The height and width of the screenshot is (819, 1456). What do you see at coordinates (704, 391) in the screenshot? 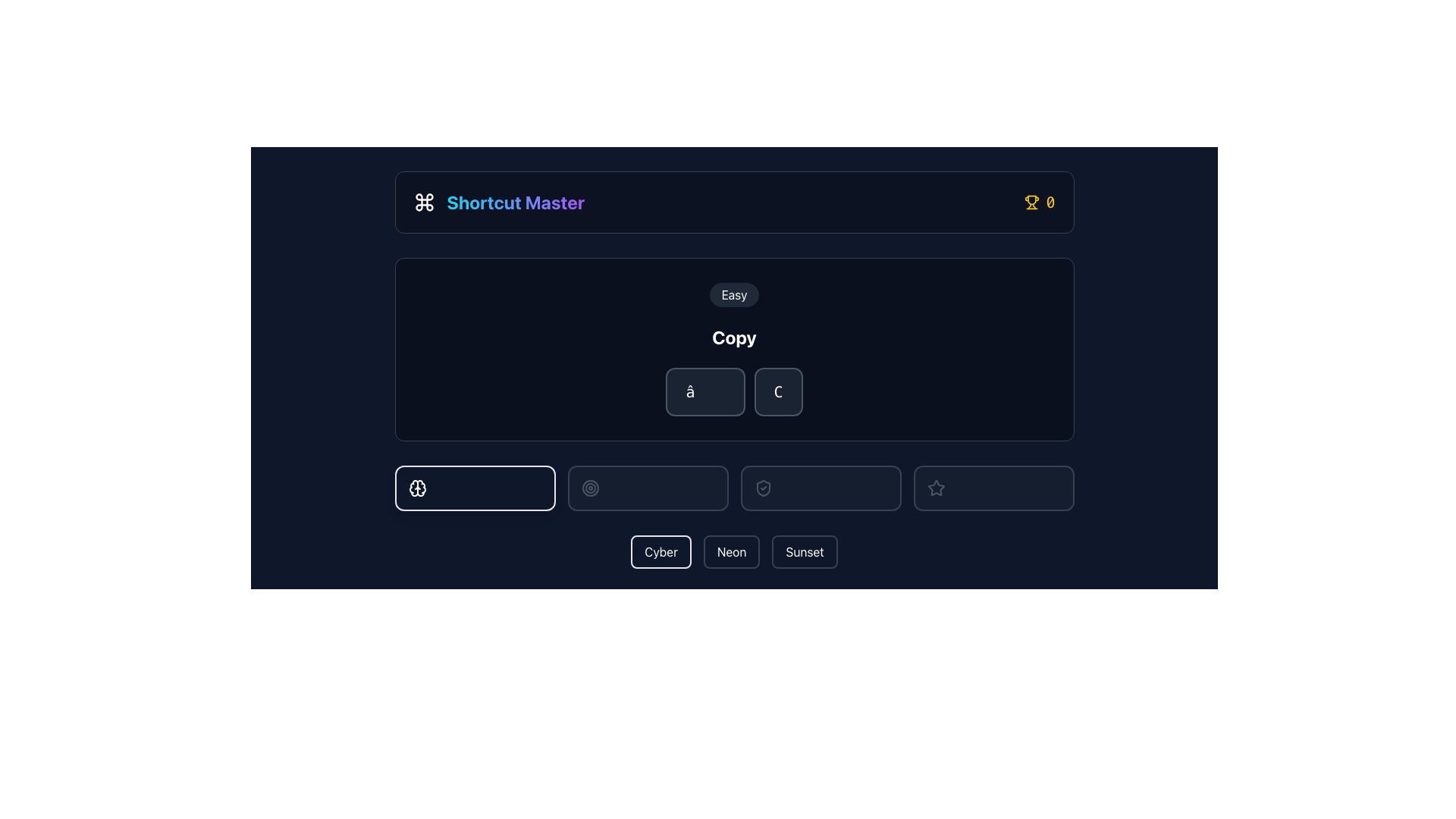
I see `the left button located under the title 'Copy'` at bounding box center [704, 391].